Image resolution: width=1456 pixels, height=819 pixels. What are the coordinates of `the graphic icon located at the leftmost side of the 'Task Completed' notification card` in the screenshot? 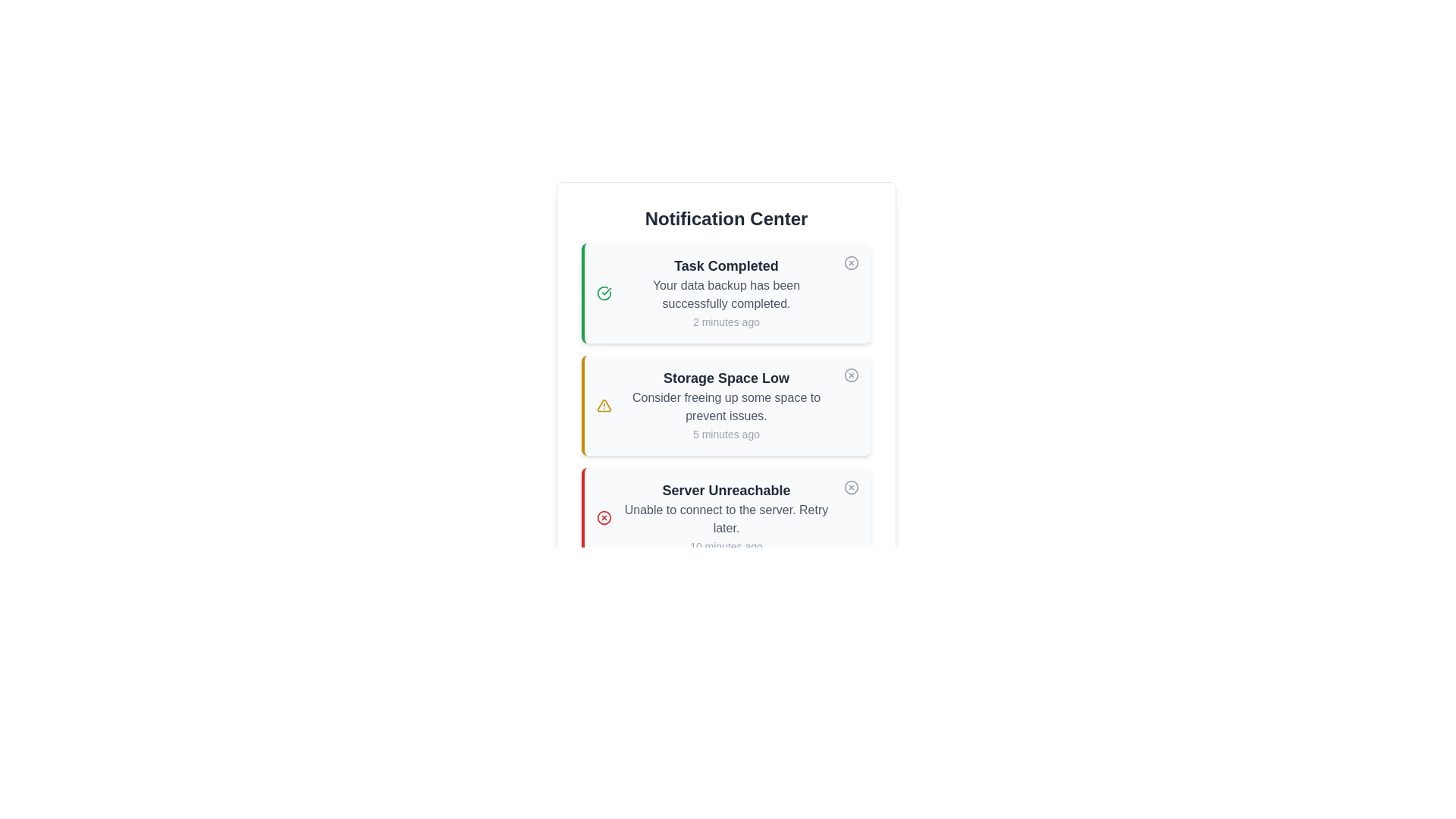 It's located at (603, 293).